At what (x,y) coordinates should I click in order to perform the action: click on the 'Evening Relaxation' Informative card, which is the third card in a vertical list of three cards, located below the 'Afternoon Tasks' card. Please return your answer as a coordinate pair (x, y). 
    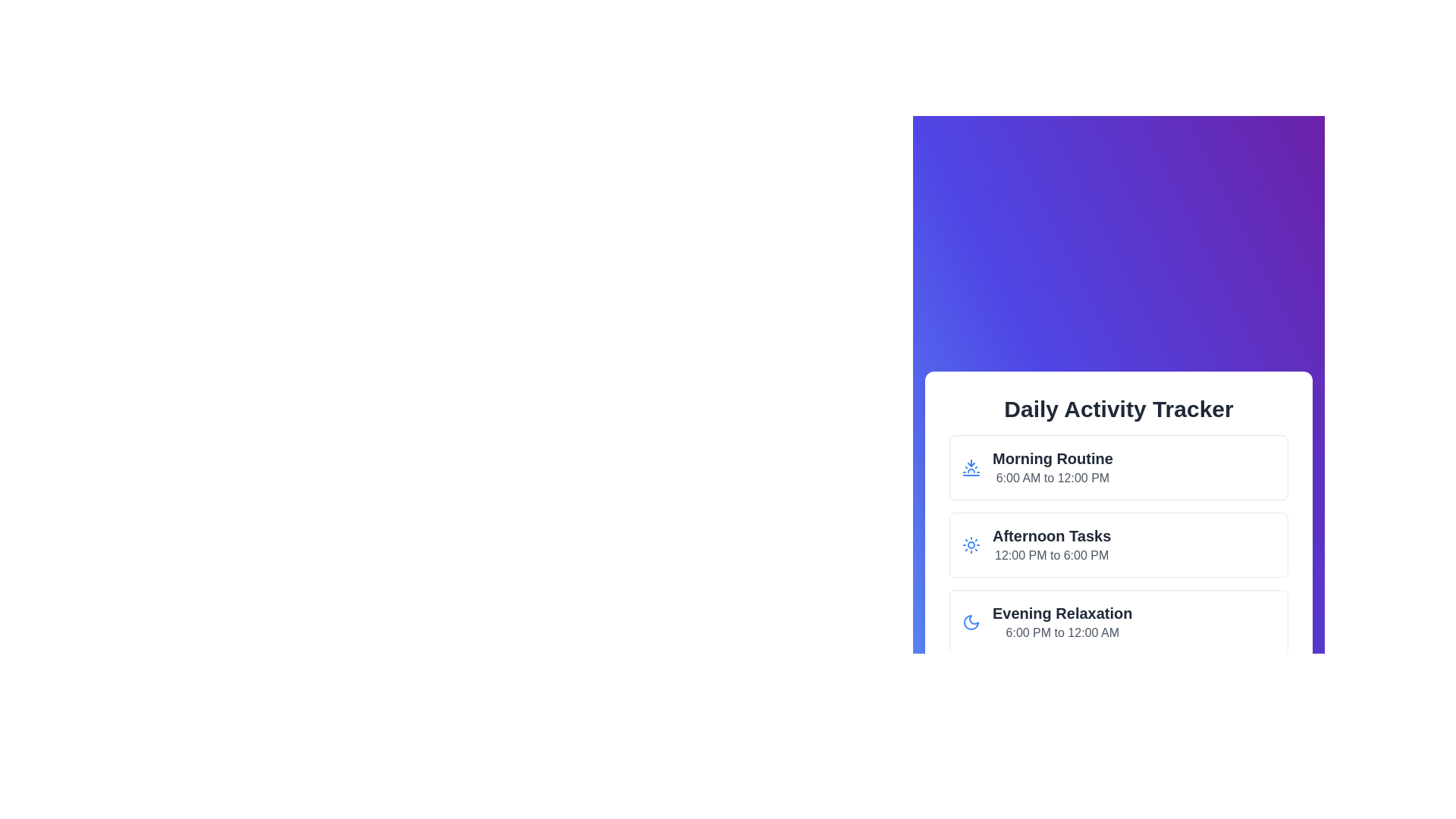
    Looking at the image, I should click on (1119, 623).